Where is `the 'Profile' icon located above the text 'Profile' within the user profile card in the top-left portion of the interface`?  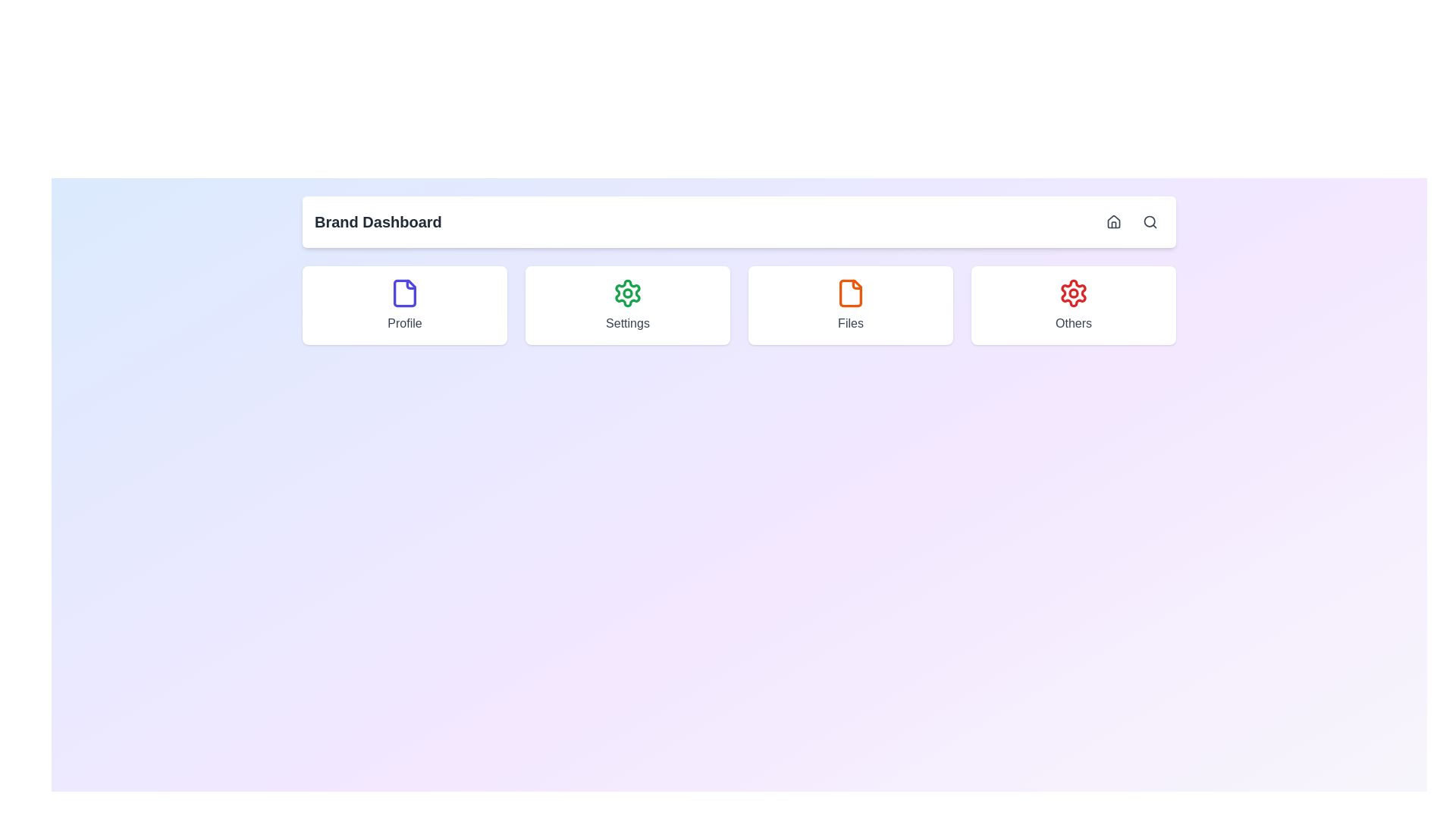 the 'Profile' icon located above the text 'Profile' within the user profile card in the top-left portion of the interface is located at coordinates (404, 293).